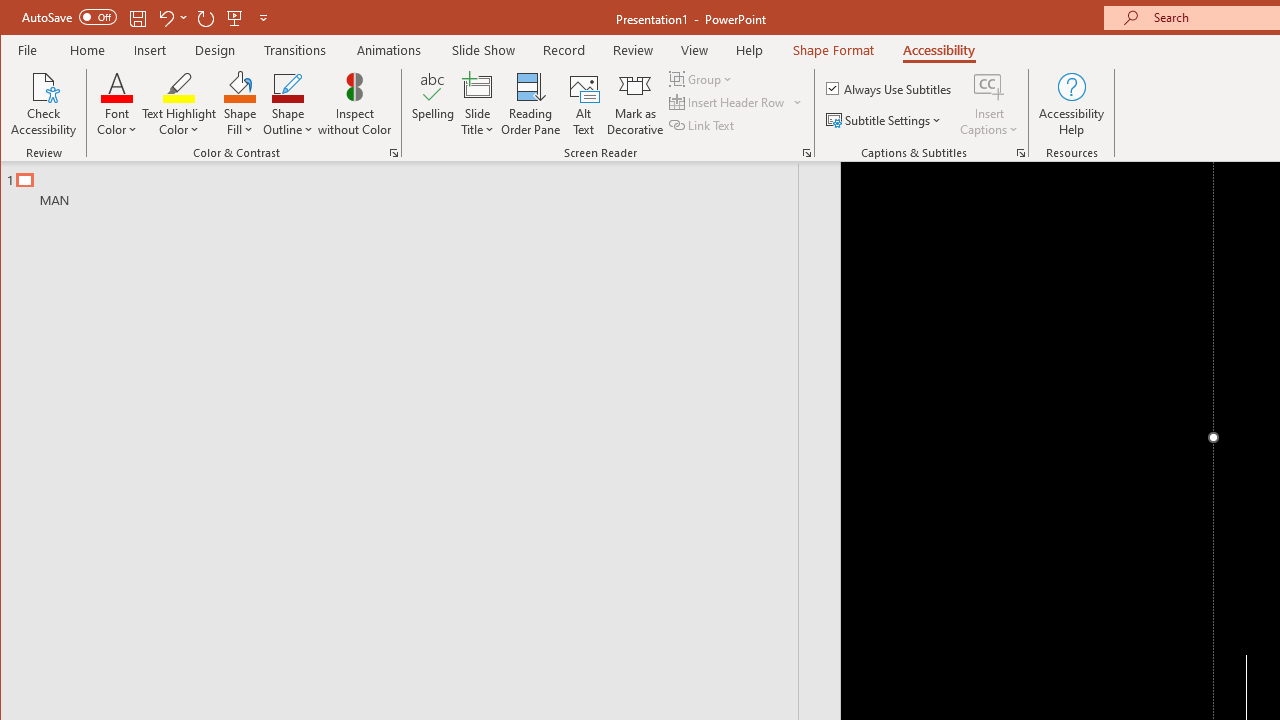 This screenshot has height=720, width=1280. I want to click on 'Link Text', so click(703, 125).